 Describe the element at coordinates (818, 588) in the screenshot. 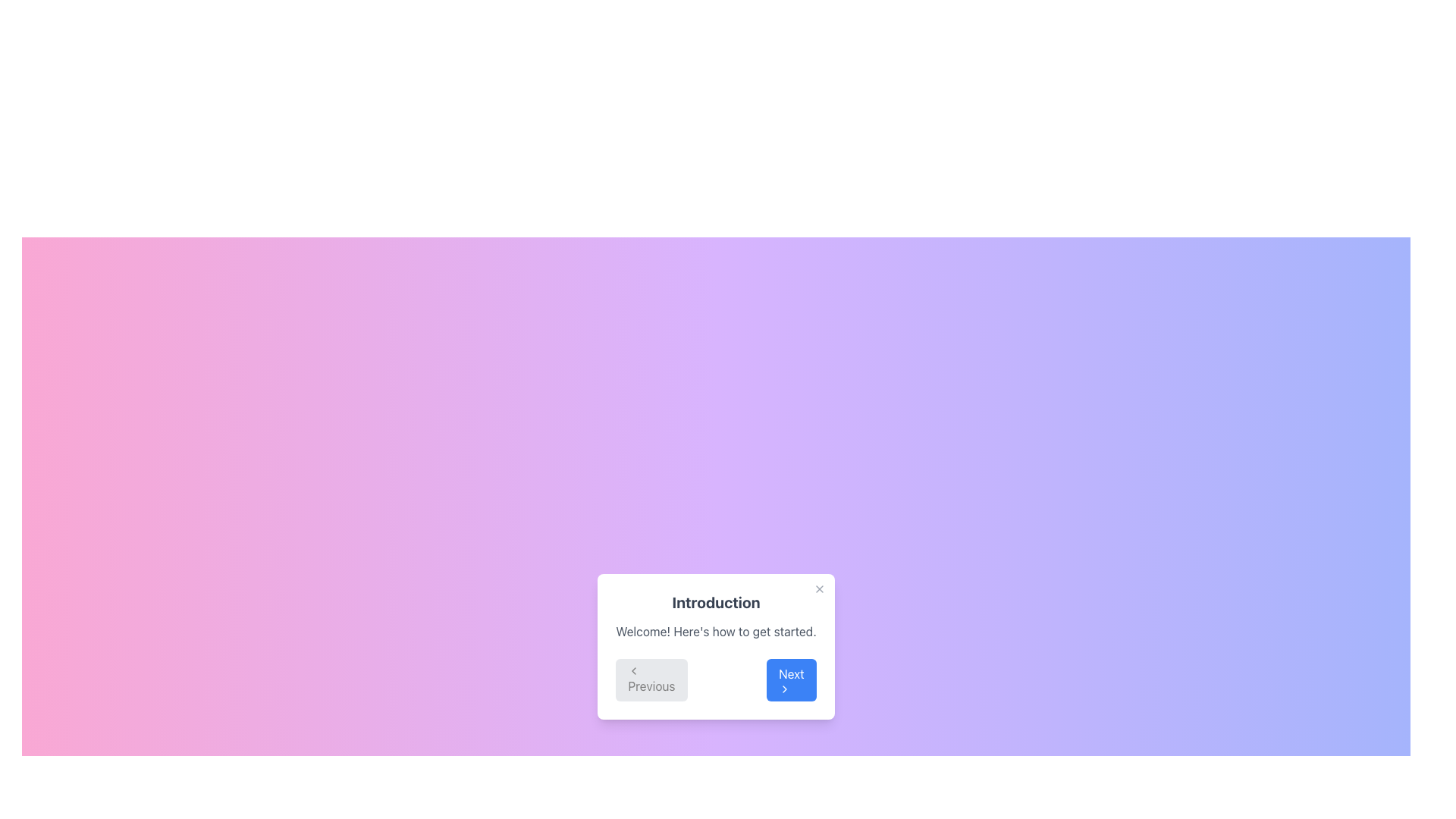

I see `the close button located in the top-right corner of the dialog box that contains the text 'Introduction Welcome! Here's how to get started.'` at that location.